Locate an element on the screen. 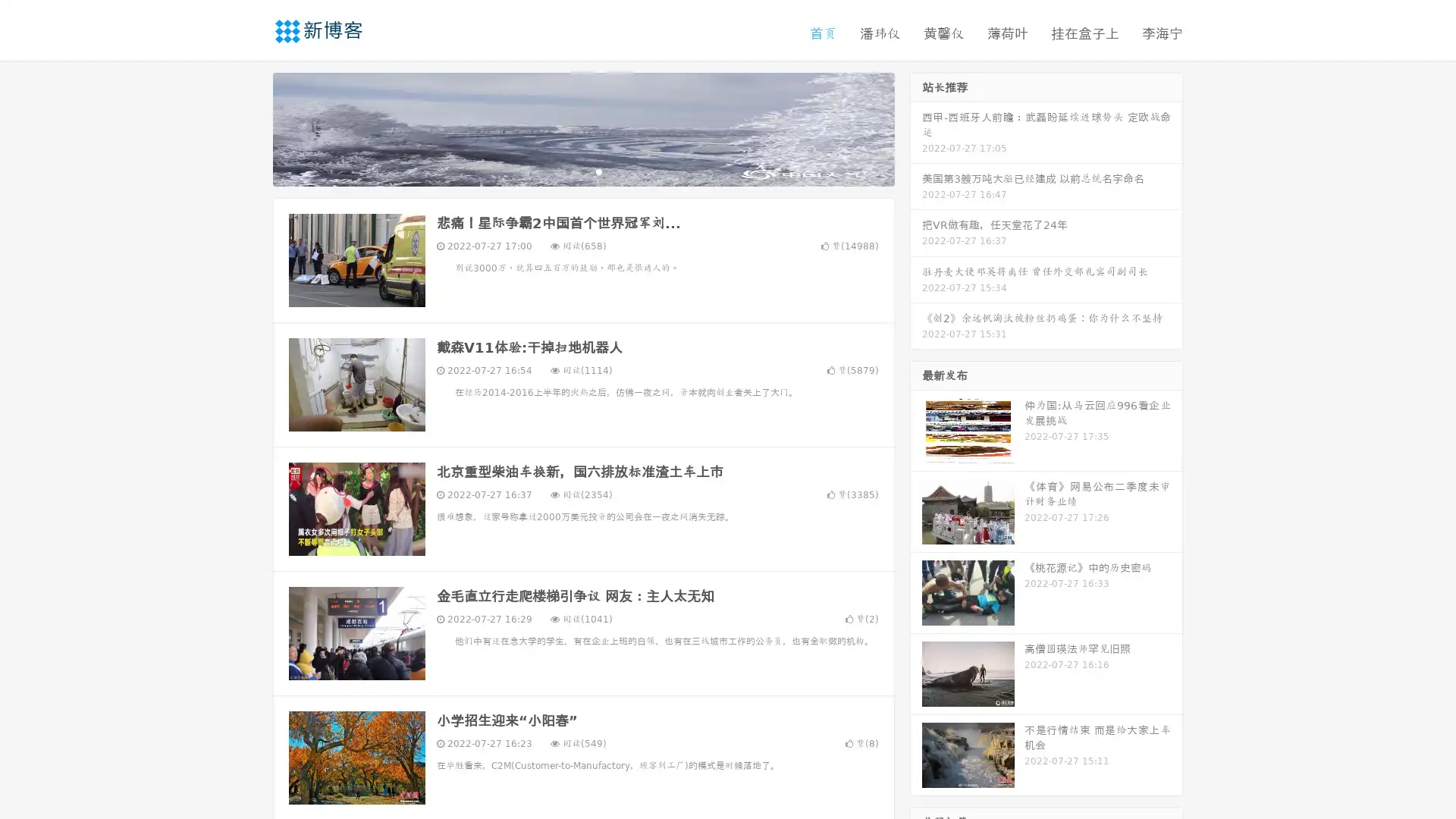  Go to slide 2 is located at coordinates (582, 171).